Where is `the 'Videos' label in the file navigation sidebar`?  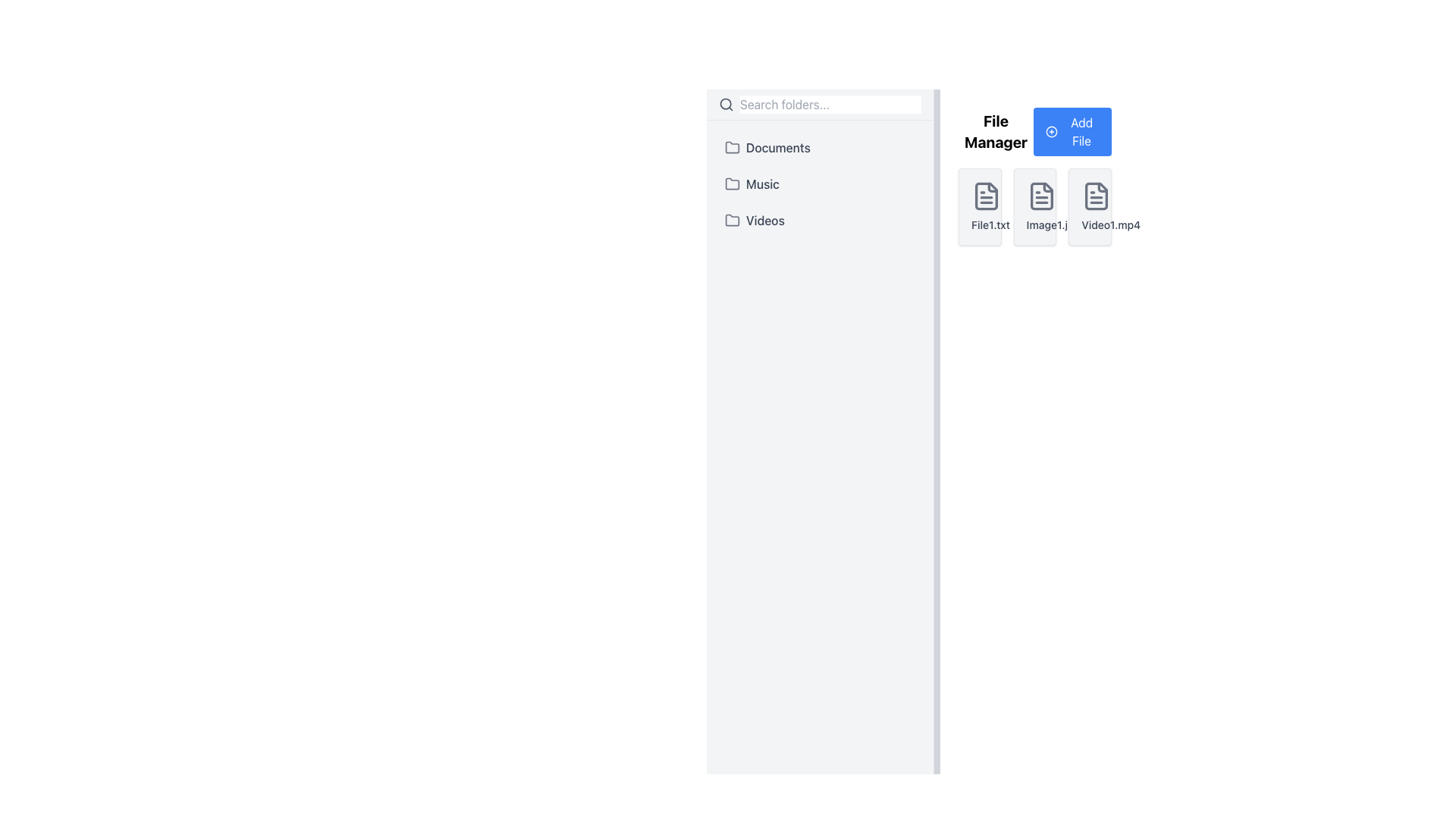
the 'Videos' label in the file navigation sidebar is located at coordinates (765, 220).